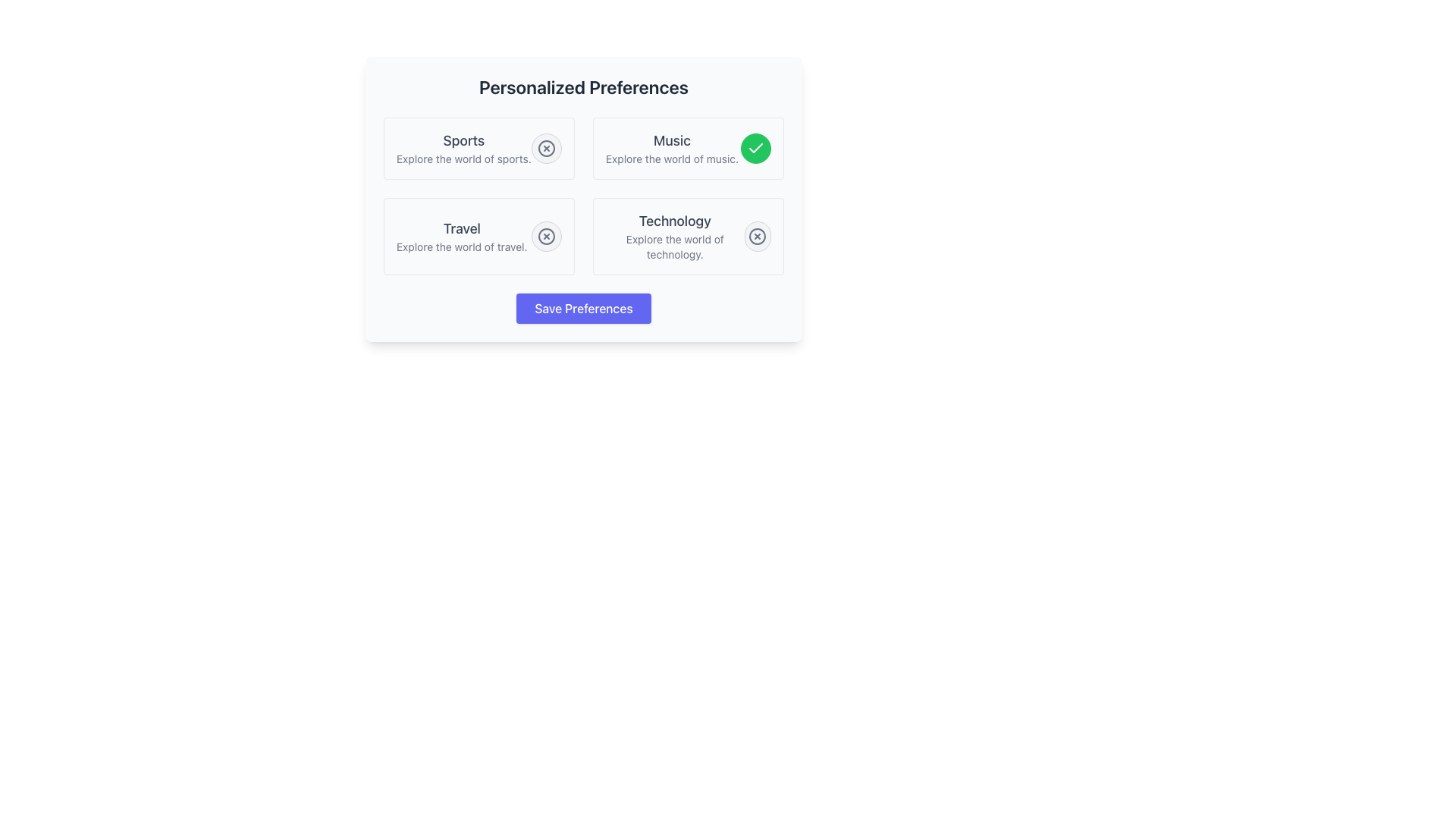 The height and width of the screenshot is (819, 1456). I want to click on the selection state of the small white checkmark icon within the green circular background, indicating the selection for the 'Music' preference option, so click(756, 149).